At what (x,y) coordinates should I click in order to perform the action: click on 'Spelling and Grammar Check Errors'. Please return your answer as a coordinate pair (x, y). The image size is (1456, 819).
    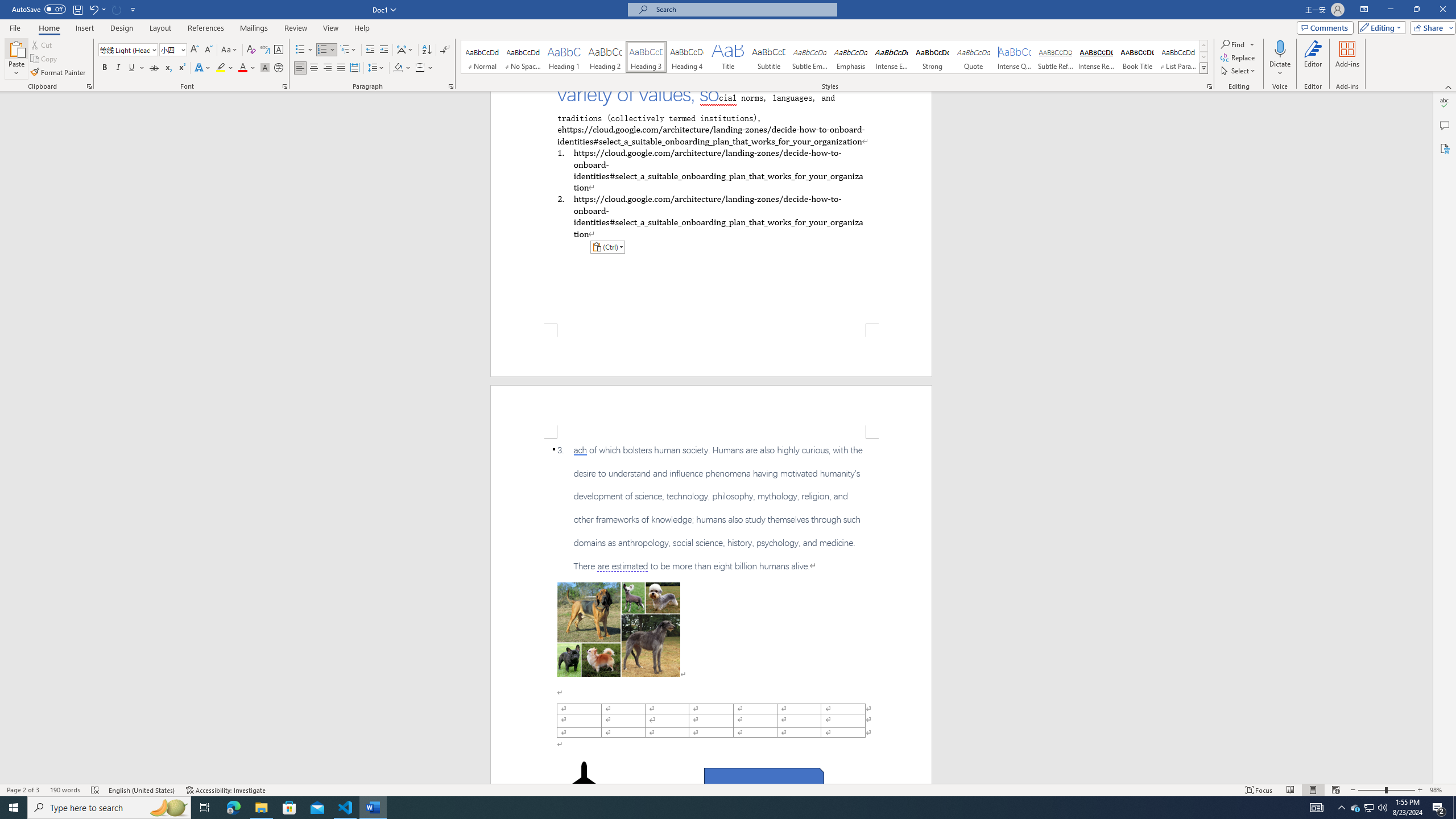
    Looking at the image, I should click on (95, 790).